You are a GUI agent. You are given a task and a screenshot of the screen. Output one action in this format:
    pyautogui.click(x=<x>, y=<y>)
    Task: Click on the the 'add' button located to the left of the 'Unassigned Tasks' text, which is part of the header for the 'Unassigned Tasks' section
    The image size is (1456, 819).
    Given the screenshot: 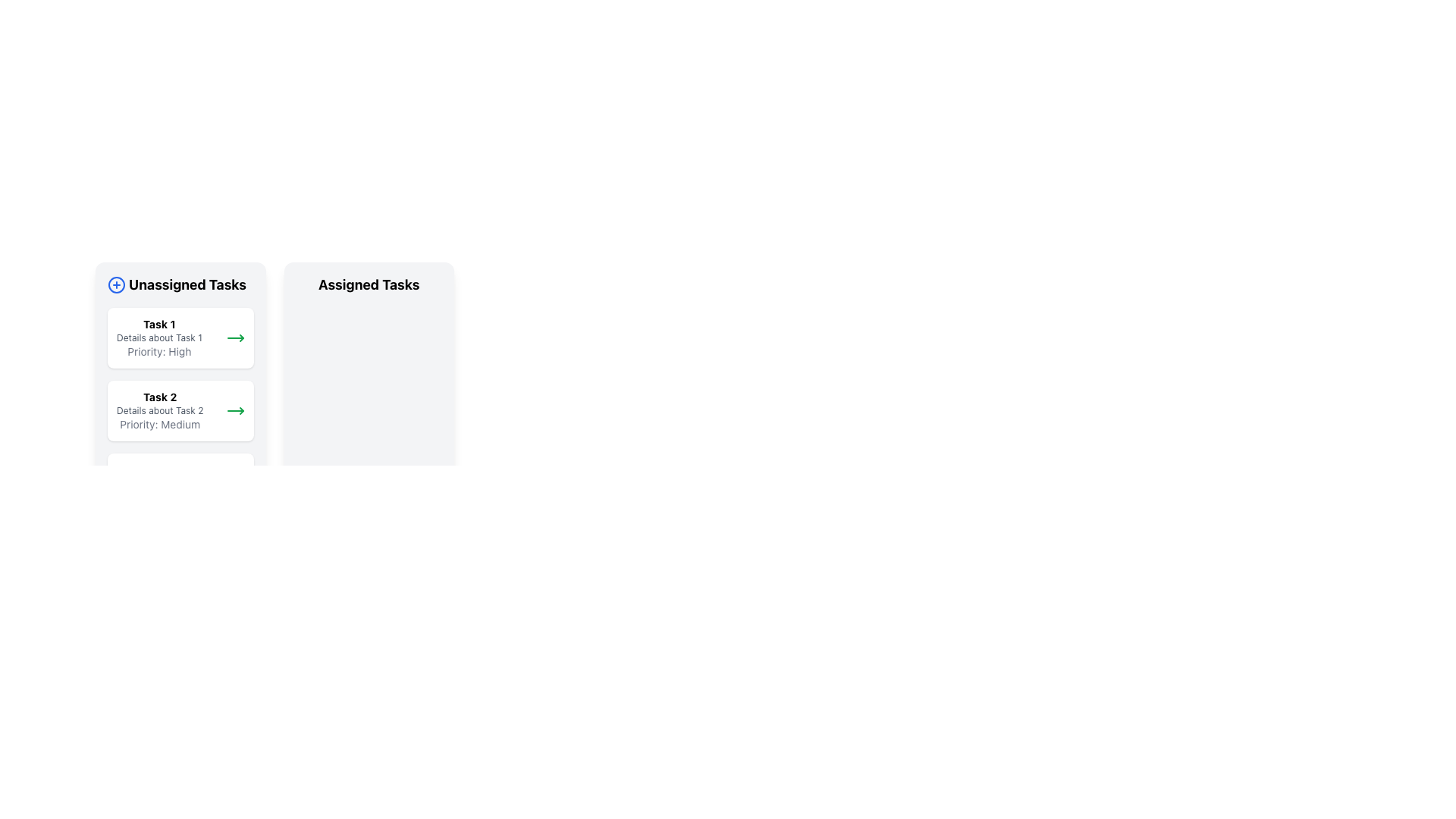 What is the action you would take?
    pyautogui.click(x=115, y=284)
    